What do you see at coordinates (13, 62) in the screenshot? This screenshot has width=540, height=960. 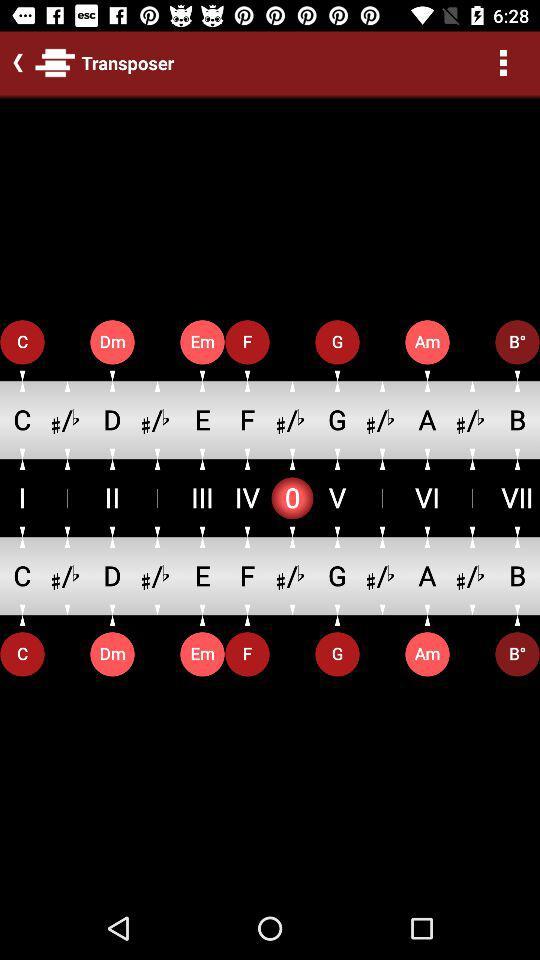 I see `the arrow_backward icon` at bounding box center [13, 62].